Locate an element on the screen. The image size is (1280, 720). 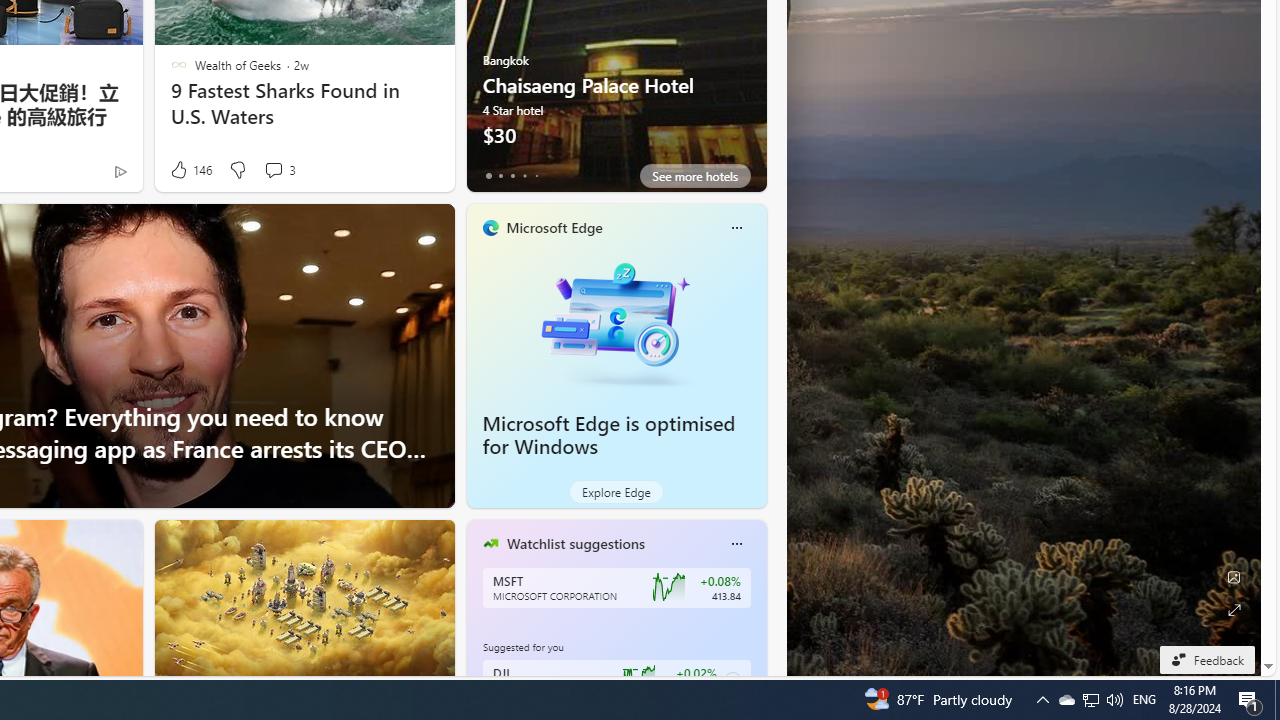
'Edit Background' is located at coordinates (1232, 577).